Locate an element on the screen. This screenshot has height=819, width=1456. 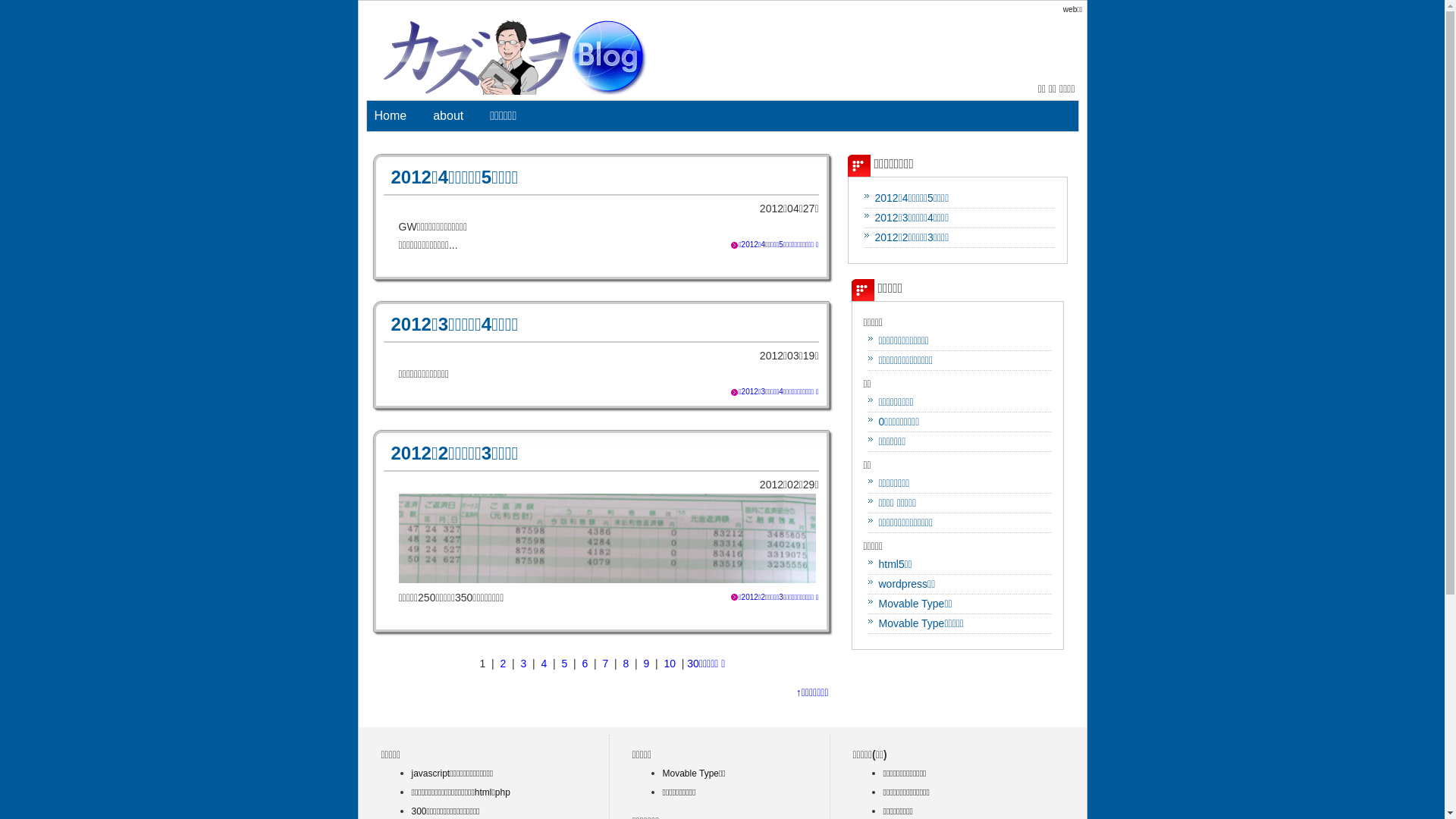
'about' is located at coordinates (447, 115).